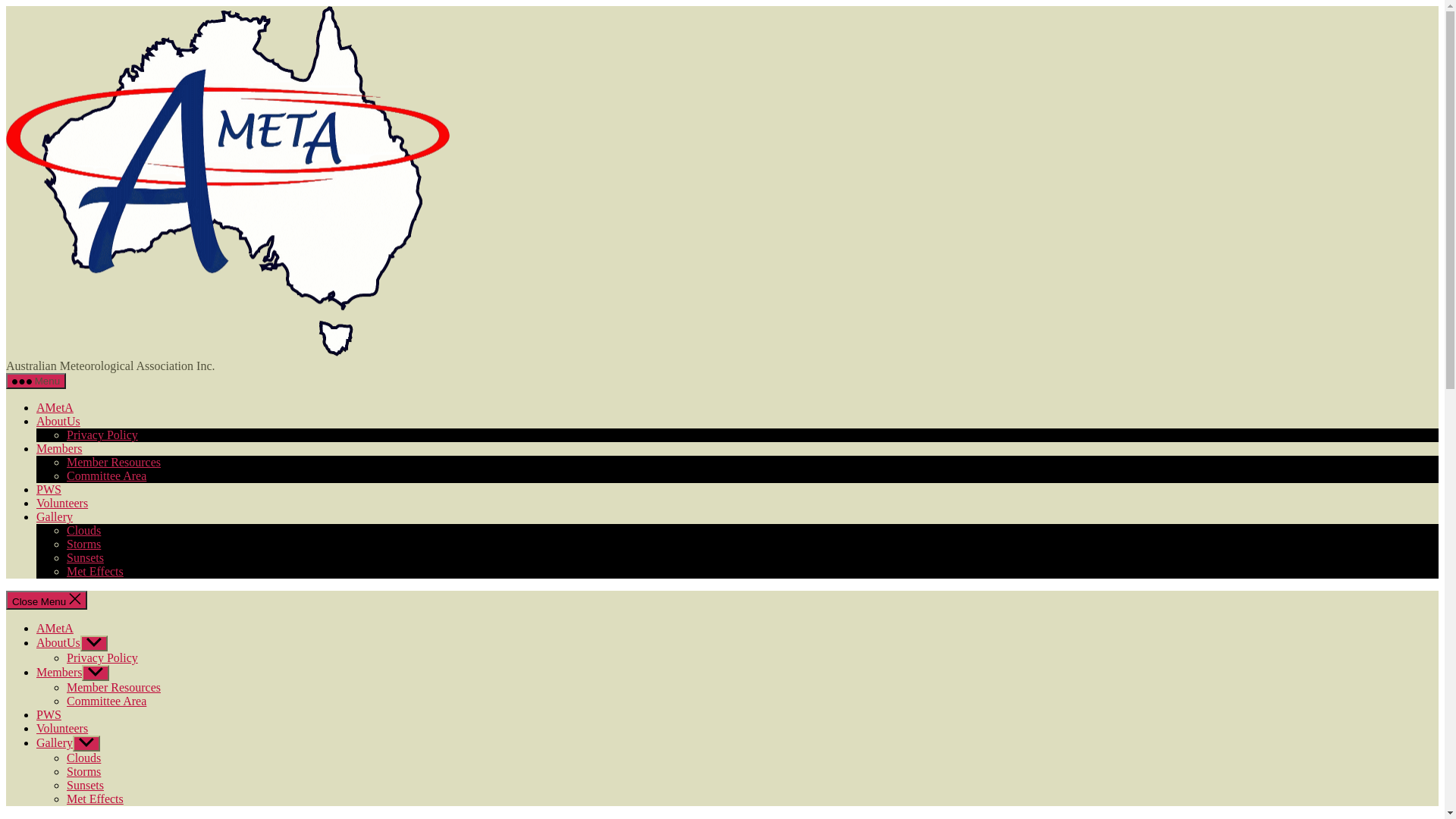 This screenshot has height=819, width=1456. I want to click on 'Show sub menu', so click(86, 742).